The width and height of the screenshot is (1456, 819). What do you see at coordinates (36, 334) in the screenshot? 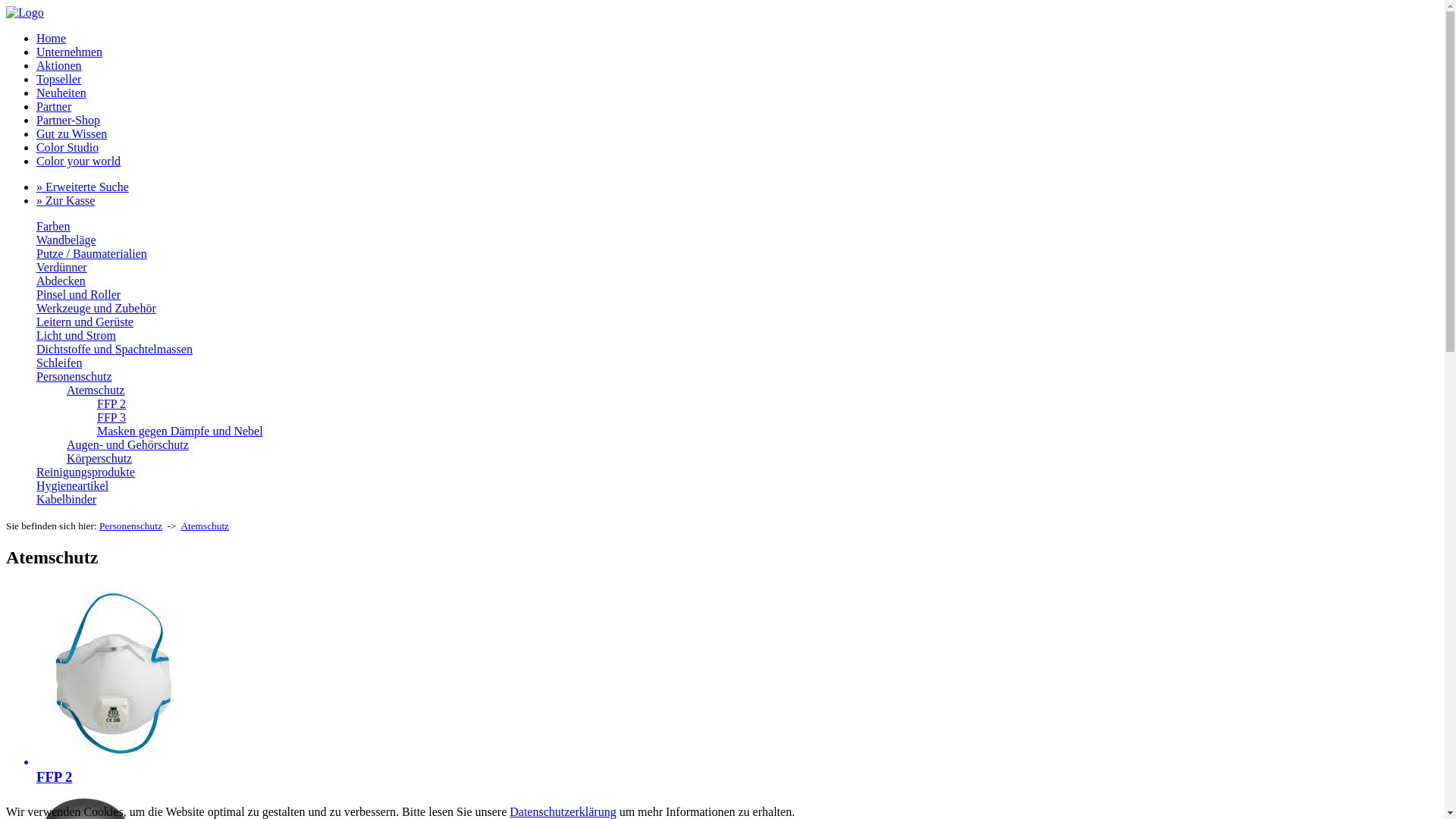
I see `'Licht und Strom'` at bounding box center [36, 334].